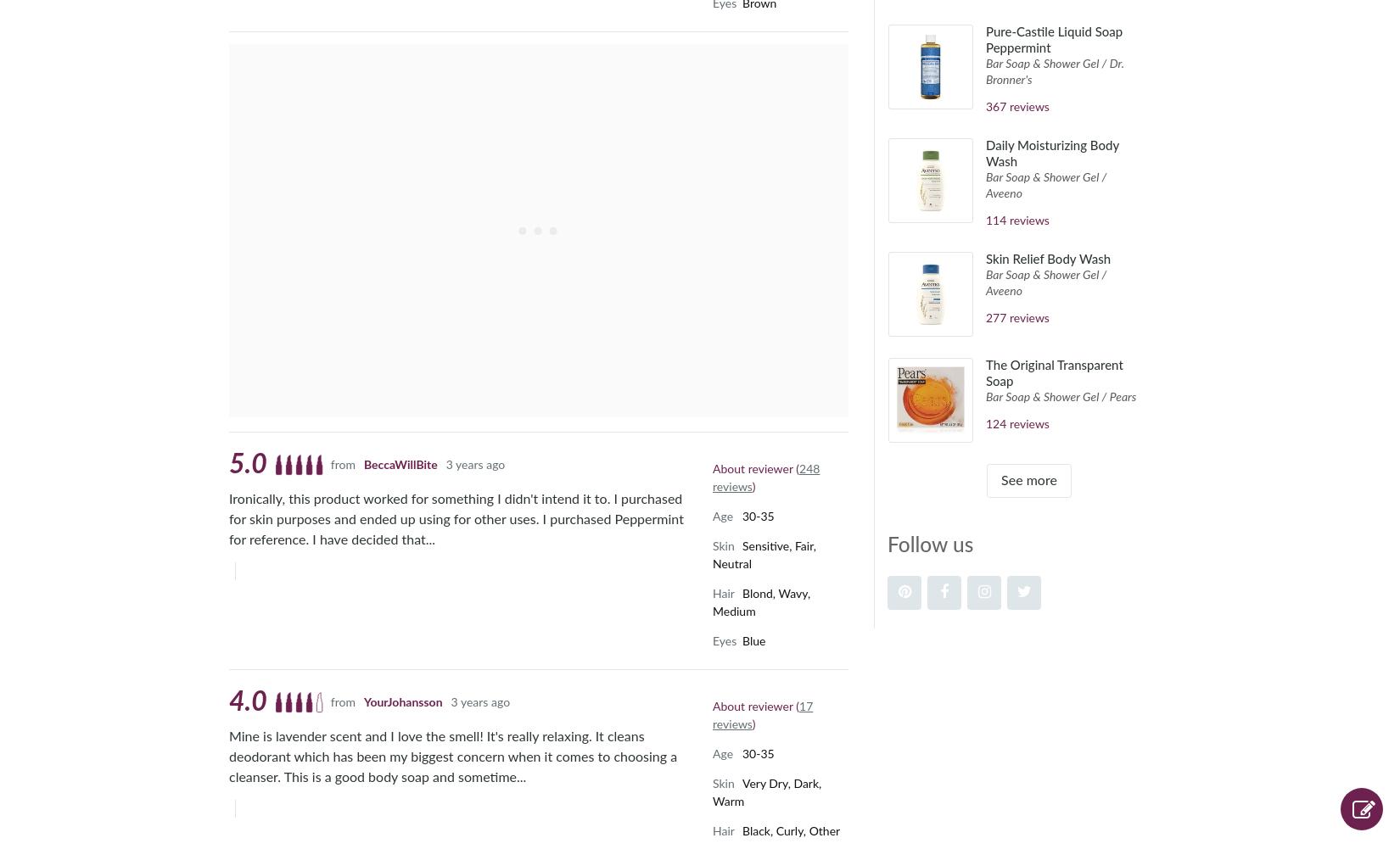 The image size is (1400, 849). What do you see at coordinates (762, 714) in the screenshot?
I see `'17 reviews'` at bounding box center [762, 714].